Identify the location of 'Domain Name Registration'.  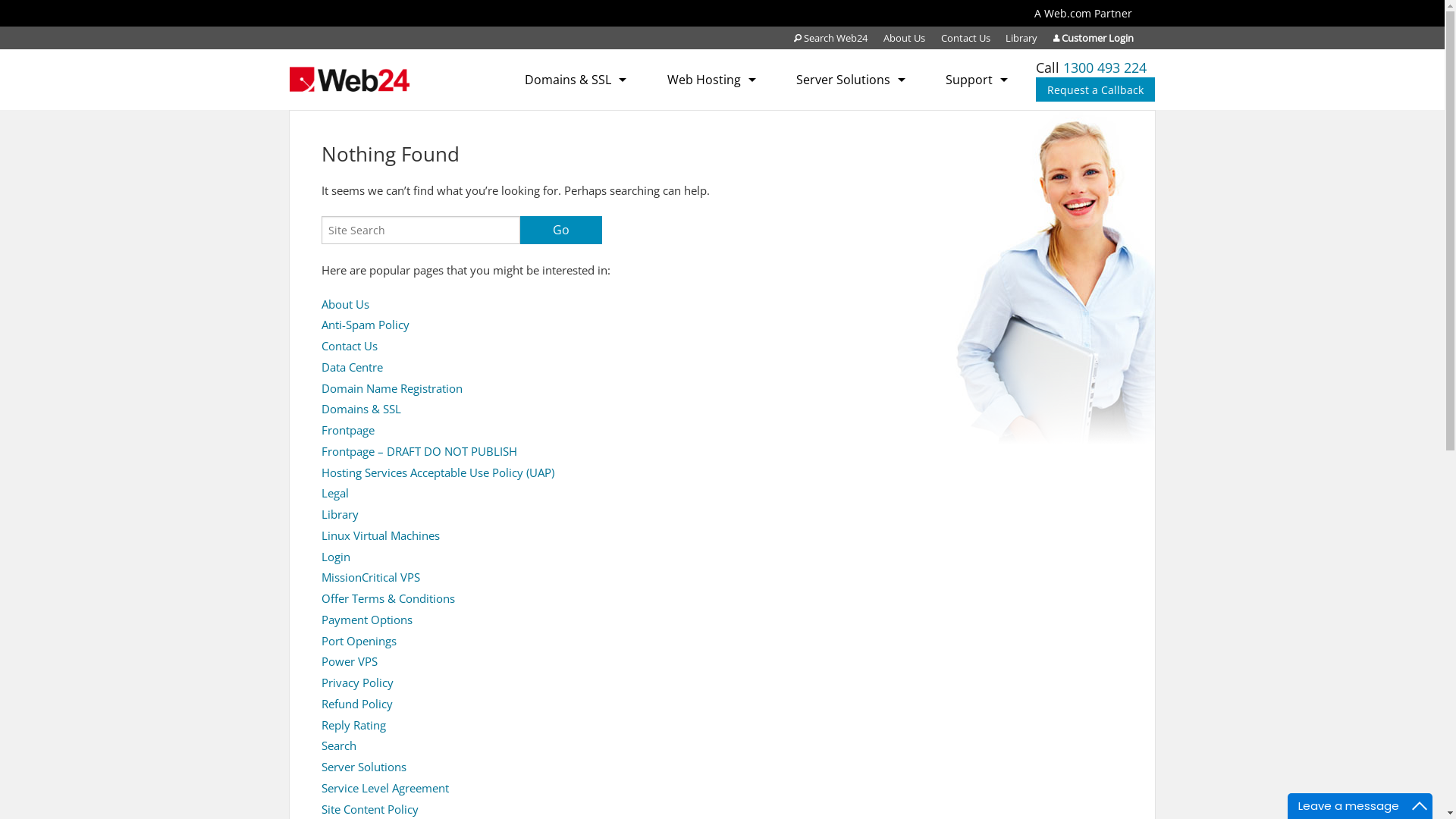
(392, 388).